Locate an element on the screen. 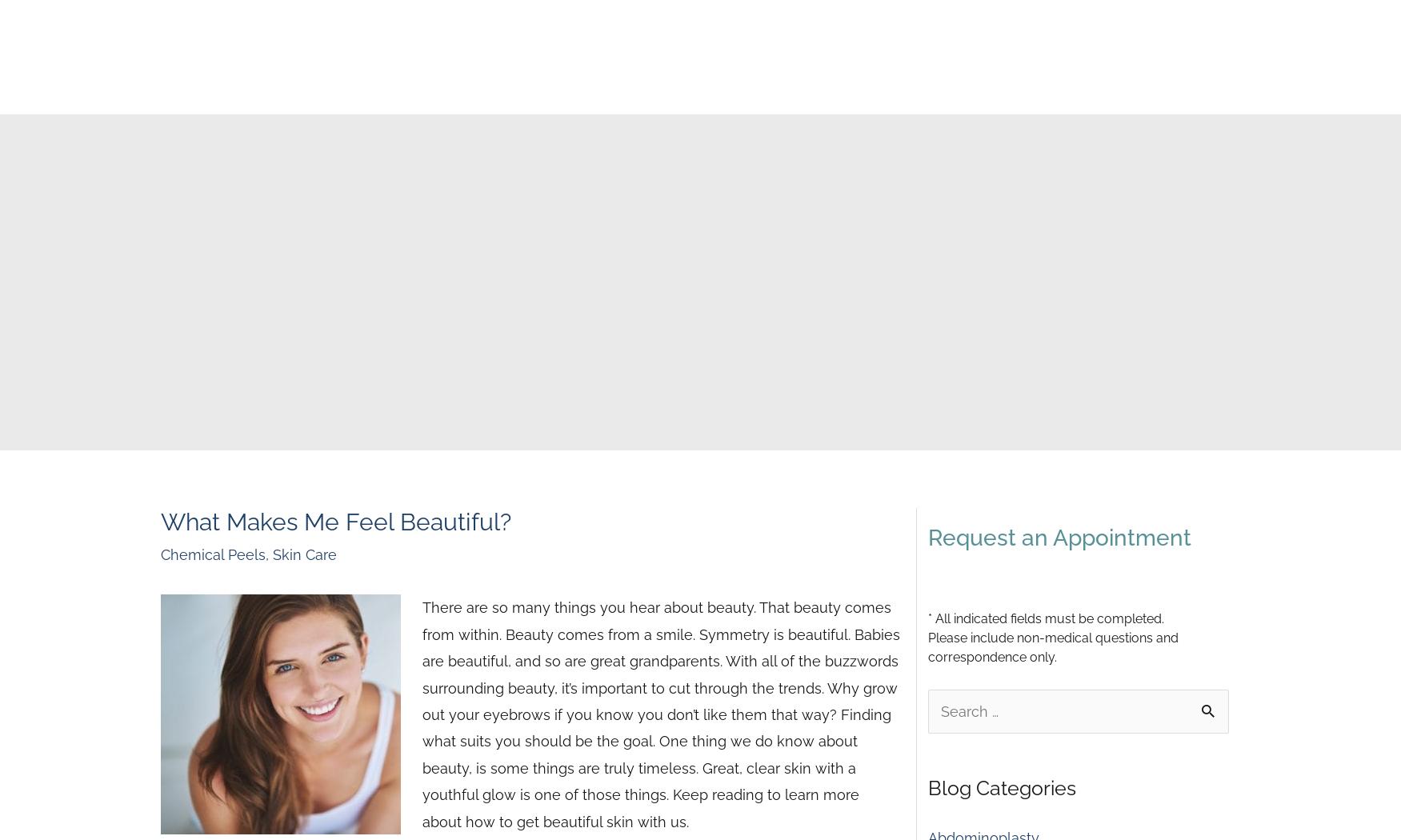 The width and height of the screenshot is (1401, 840). 'January 2013' is located at coordinates (971, 330).